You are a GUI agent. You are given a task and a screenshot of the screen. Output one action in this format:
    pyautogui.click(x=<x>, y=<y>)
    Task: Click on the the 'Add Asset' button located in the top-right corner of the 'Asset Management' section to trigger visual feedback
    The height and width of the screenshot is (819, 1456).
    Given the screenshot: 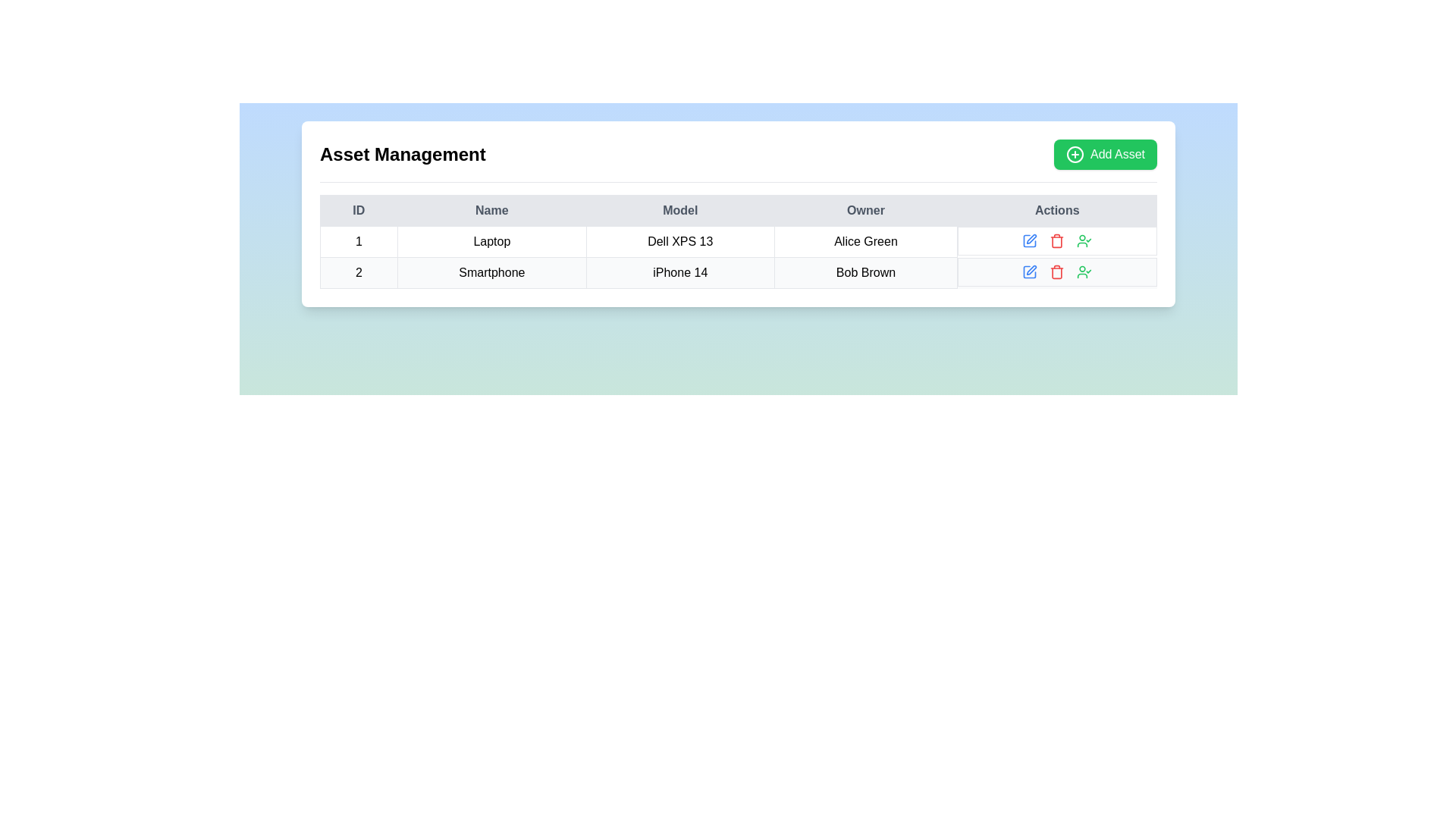 What is the action you would take?
    pyautogui.click(x=1106, y=155)
    